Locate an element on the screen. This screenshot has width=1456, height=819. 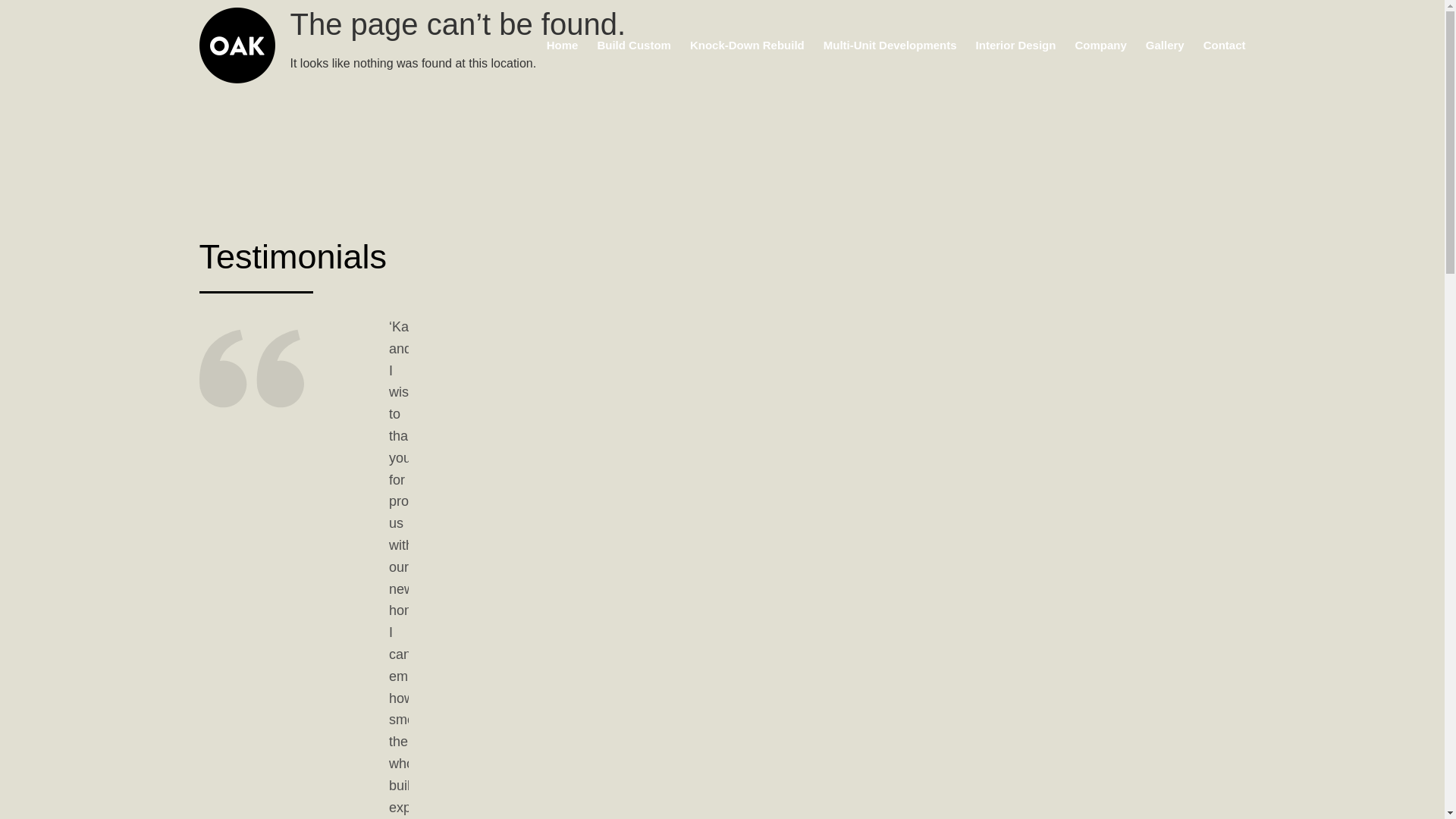
'Home' is located at coordinates (562, 45).